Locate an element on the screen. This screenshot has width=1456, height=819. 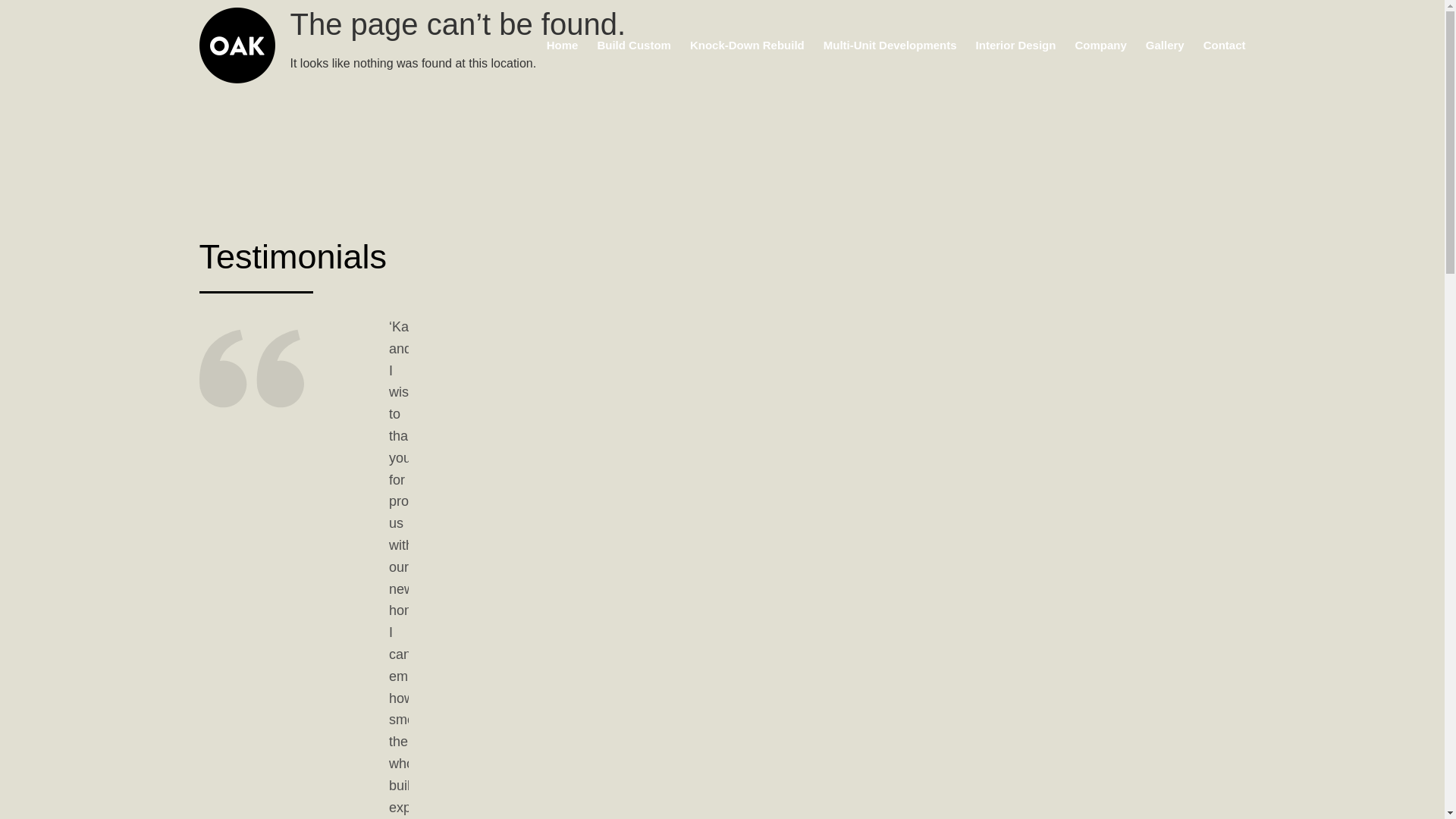
'Home' is located at coordinates (562, 45).